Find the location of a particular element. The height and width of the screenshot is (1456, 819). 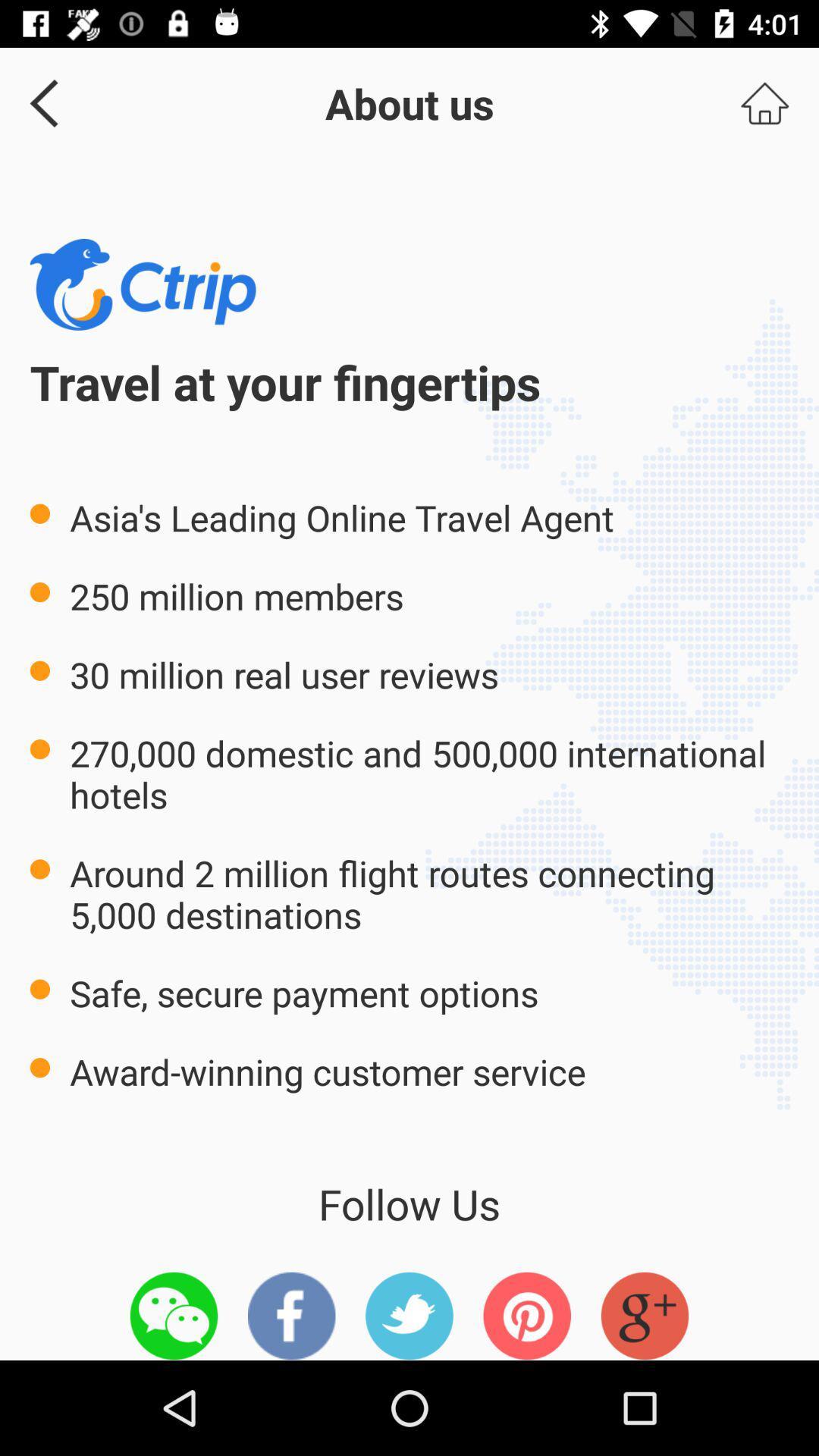

the item at the top right corner is located at coordinates (764, 102).